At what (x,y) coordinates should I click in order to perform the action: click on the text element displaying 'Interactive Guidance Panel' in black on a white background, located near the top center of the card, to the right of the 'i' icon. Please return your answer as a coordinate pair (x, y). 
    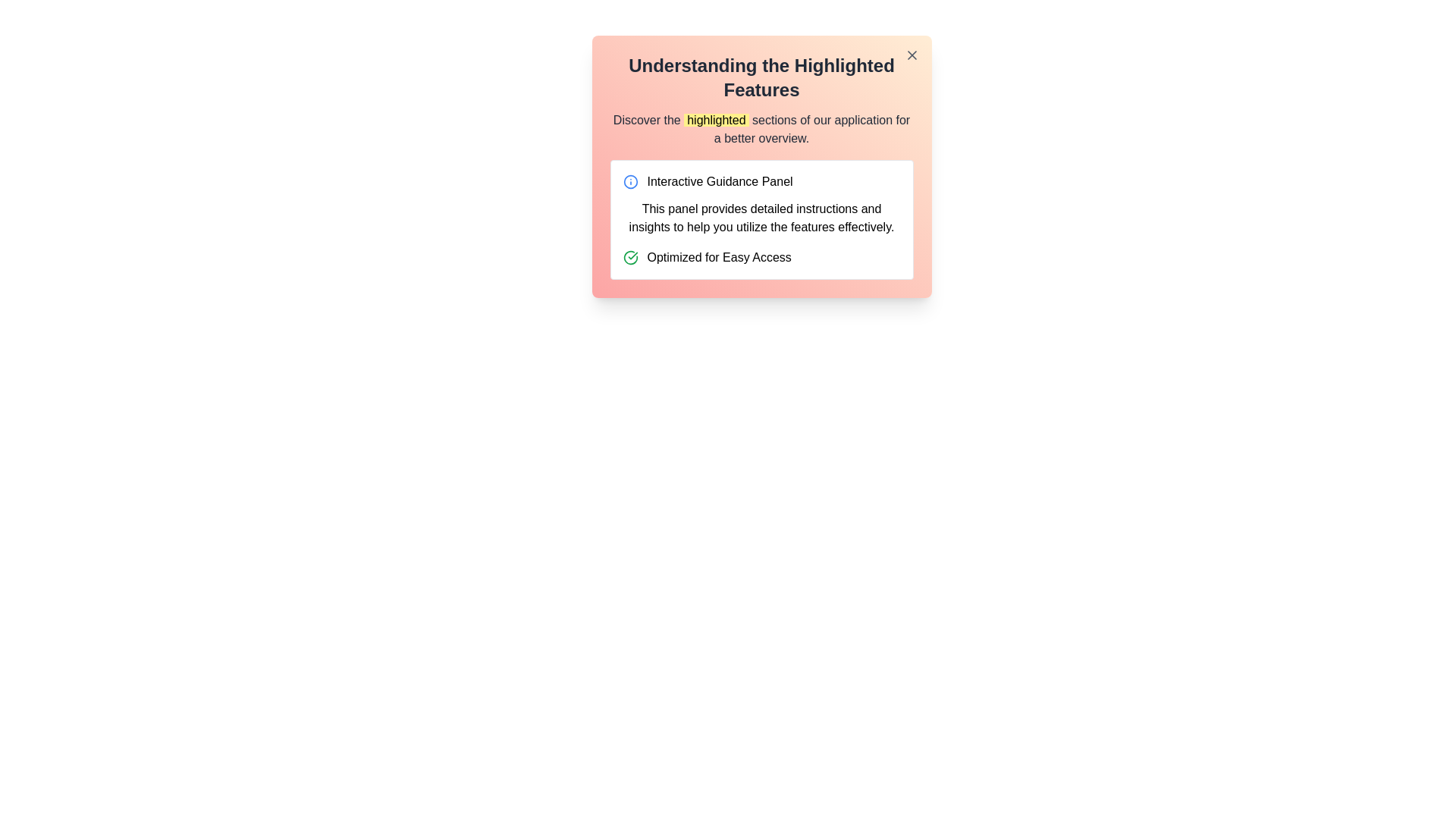
    Looking at the image, I should click on (719, 180).